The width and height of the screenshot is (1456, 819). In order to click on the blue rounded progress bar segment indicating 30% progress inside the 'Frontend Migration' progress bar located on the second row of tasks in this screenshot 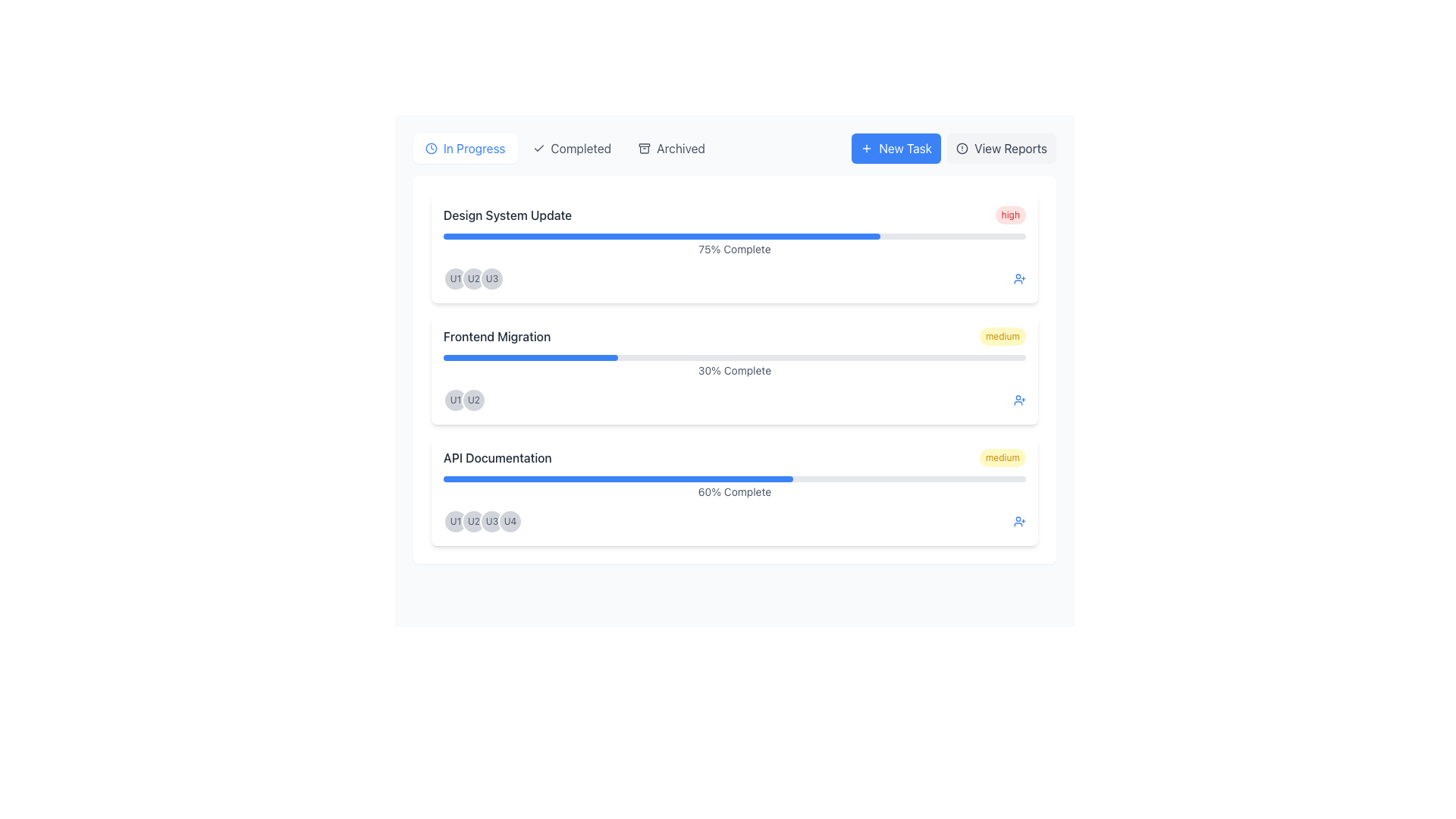, I will do `click(531, 357)`.